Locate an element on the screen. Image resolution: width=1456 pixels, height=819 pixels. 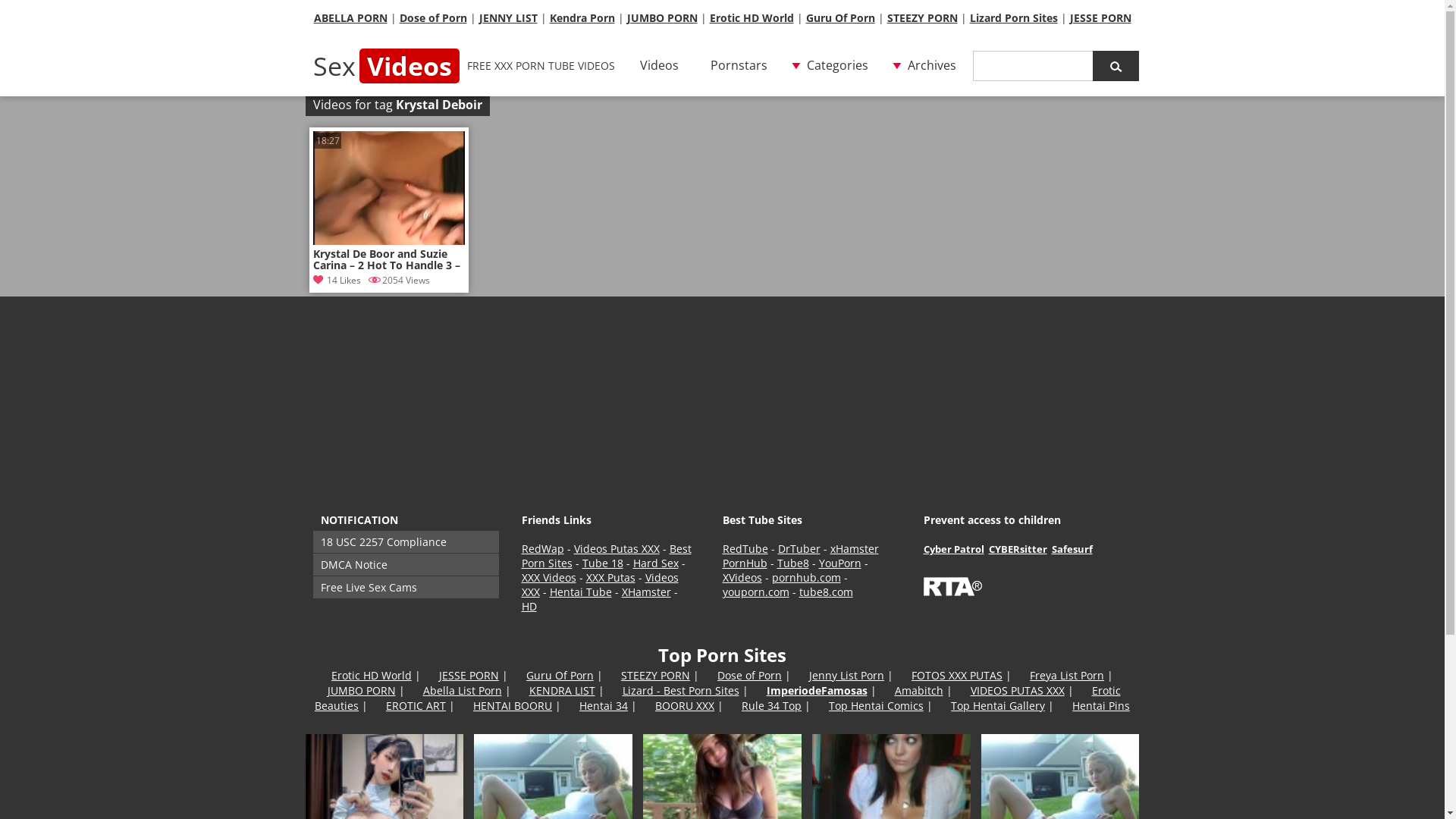
'HD' is located at coordinates (529, 605).